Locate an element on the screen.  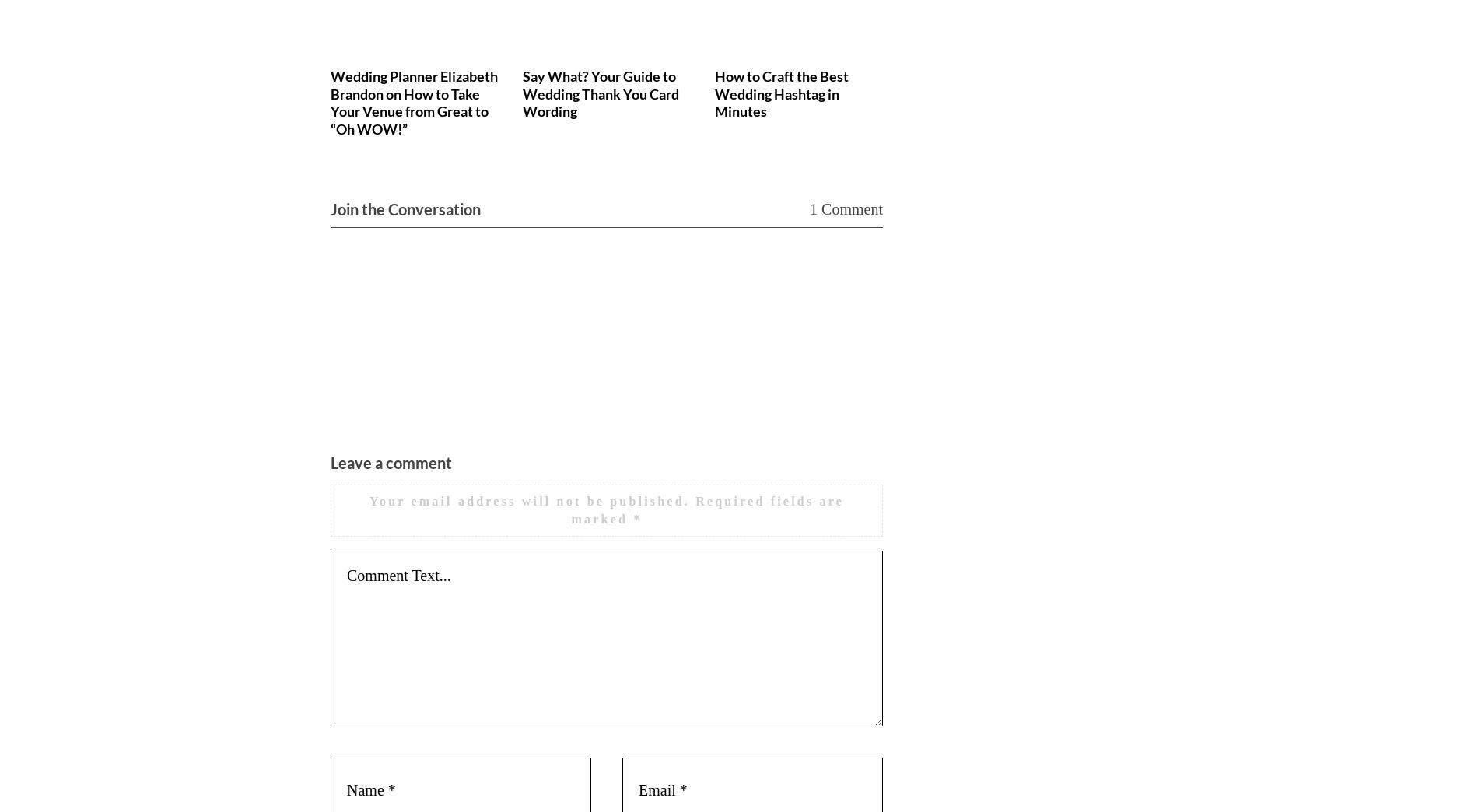
'Required fields are marked' is located at coordinates (706, 509).